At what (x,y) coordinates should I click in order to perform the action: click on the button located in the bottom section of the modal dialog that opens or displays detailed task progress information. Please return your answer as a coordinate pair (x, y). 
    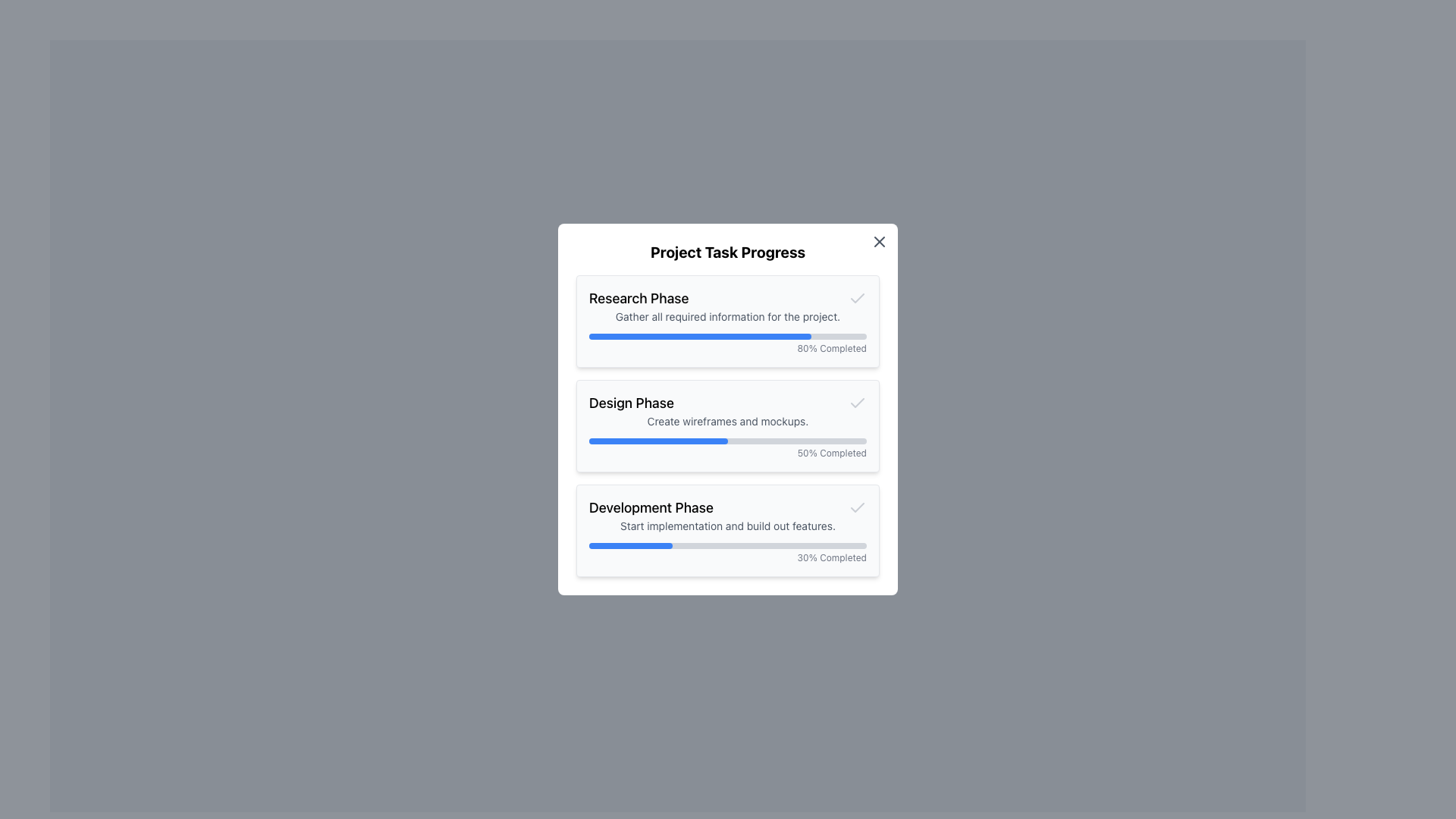
    Looking at the image, I should click on (676, 449).